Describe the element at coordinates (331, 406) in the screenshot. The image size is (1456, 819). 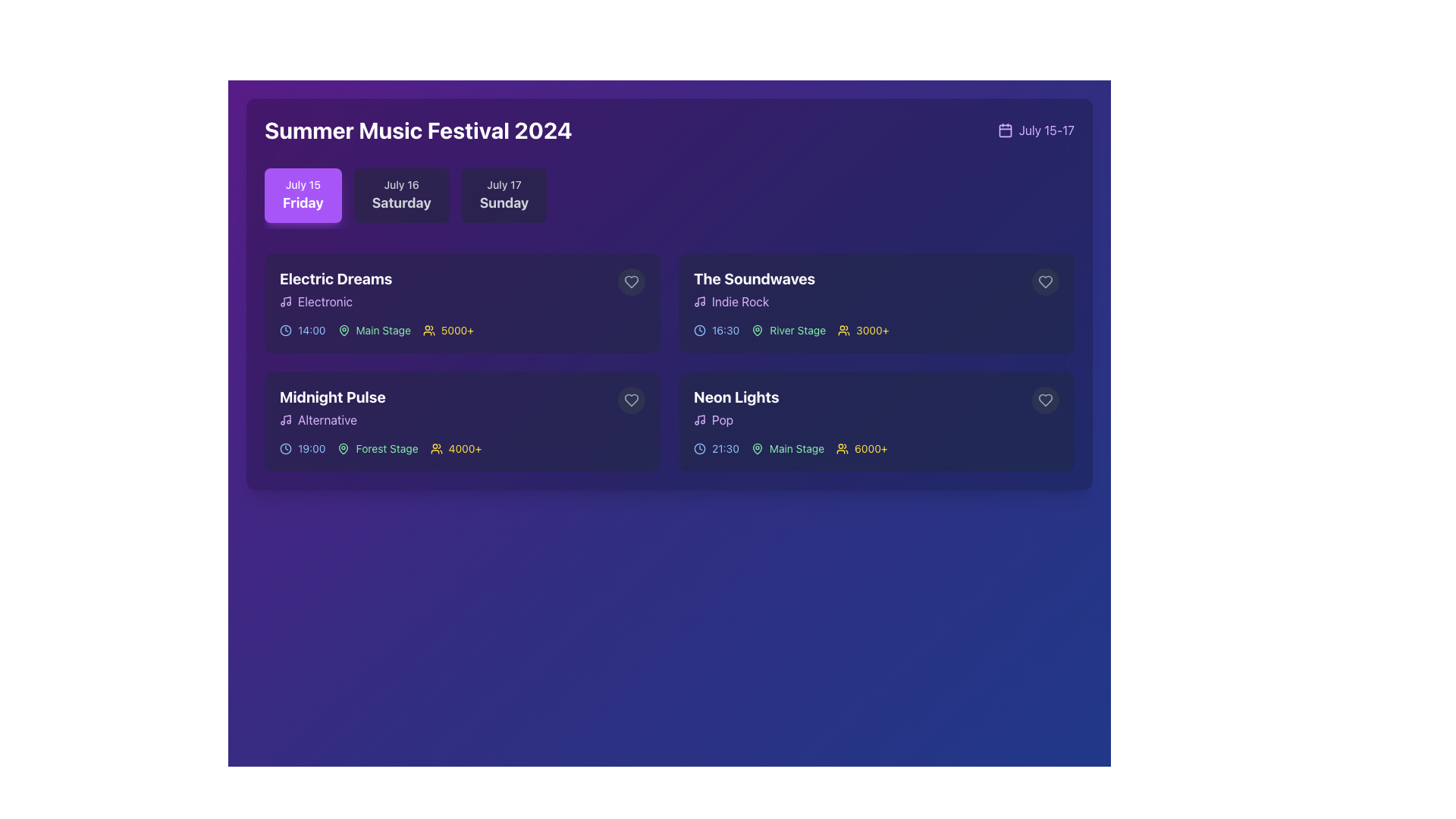
I see `the text element group that serves as the title and genre descriptor for the 'Midnight Pulse' event in the music festival lineup, located in the bottom-left quadrant of the 2x2 grid layout` at that location.